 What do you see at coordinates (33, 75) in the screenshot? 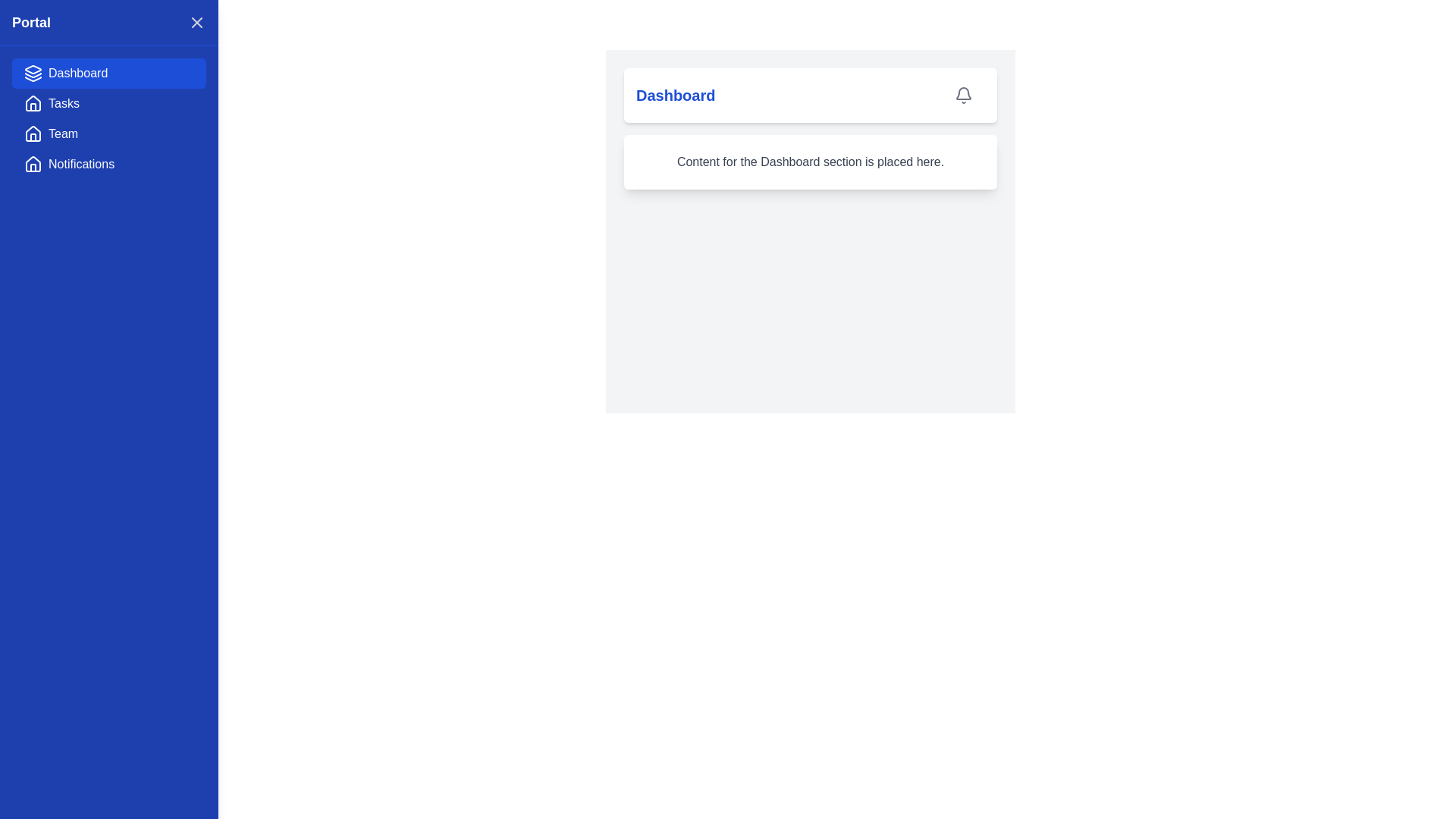
I see `the icon resembling a layered structure located in the navigation menu near the 'Dashboard' label` at bounding box center [33, 75].